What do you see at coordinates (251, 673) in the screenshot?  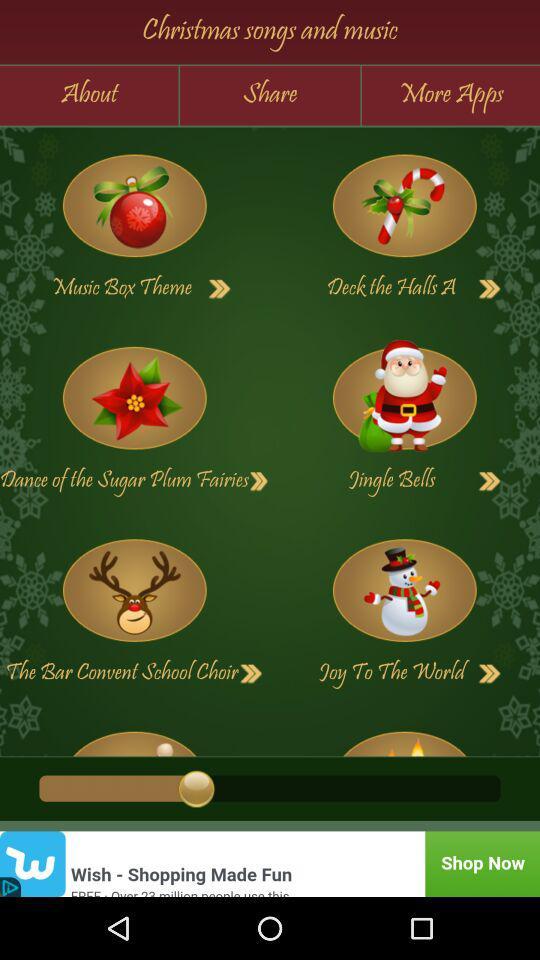 I see `next` at bounding box center [251, 673].